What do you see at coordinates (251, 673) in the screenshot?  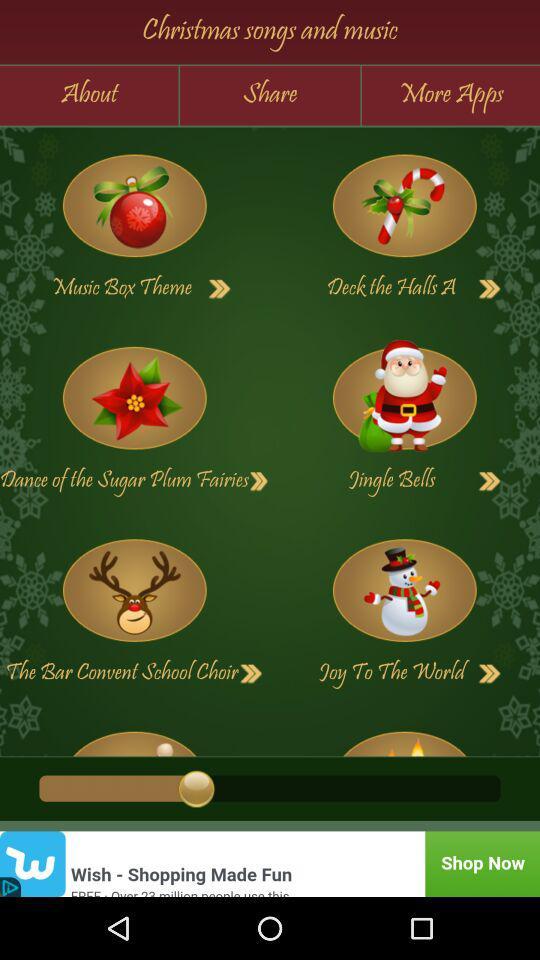 I see `next` at bounding box center [251, 673].